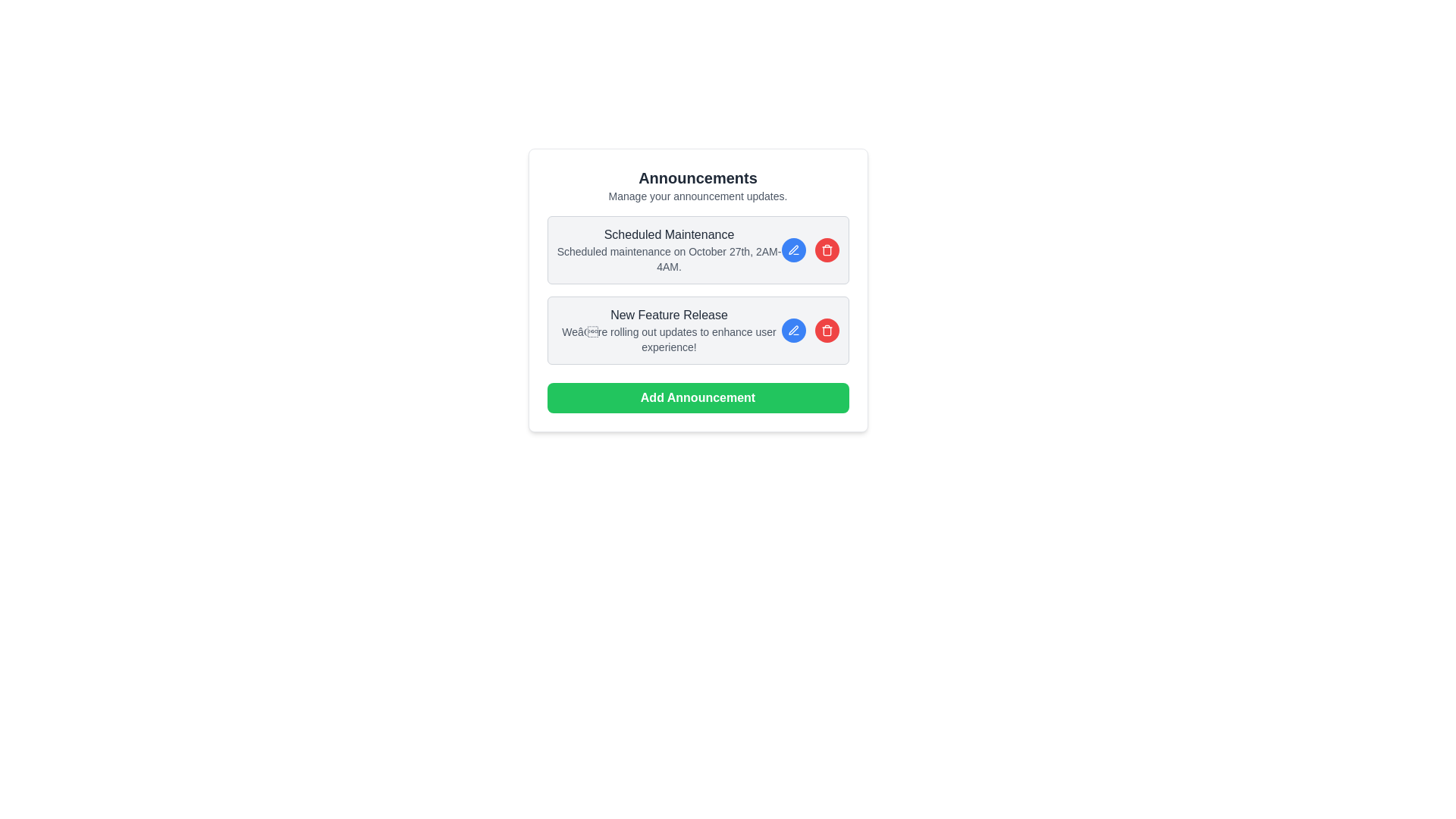 This screenshot has width=1456, height=819. What do you see at coordinates (792, 249) in the screenshot?
I see `the edit icon button located in the middle-right section of the 'Scheduled Maintenance' announcement box to initiate editing` at bounding box center [792, 249].